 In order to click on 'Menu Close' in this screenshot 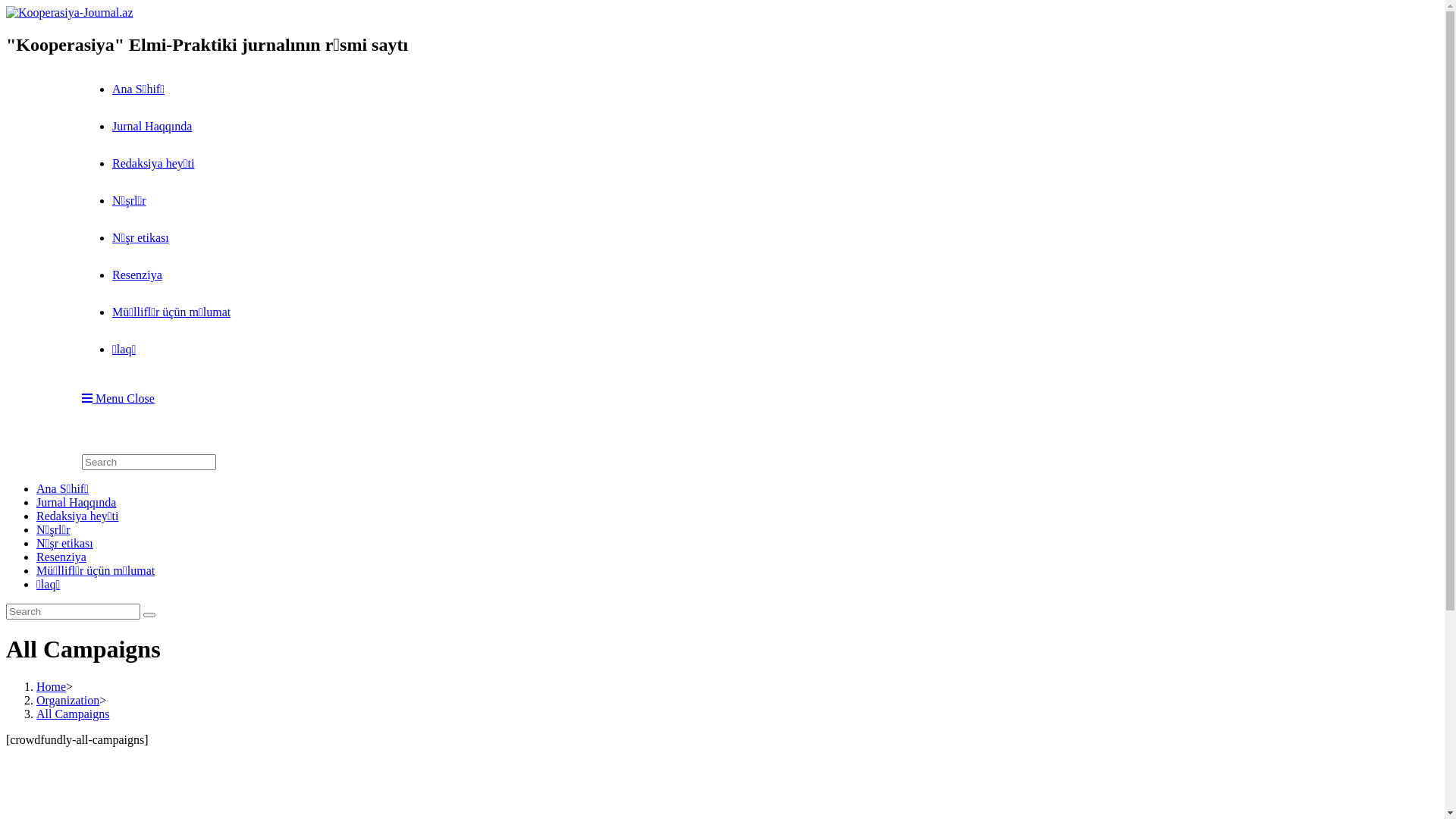, I will do `click(118, 397)`.